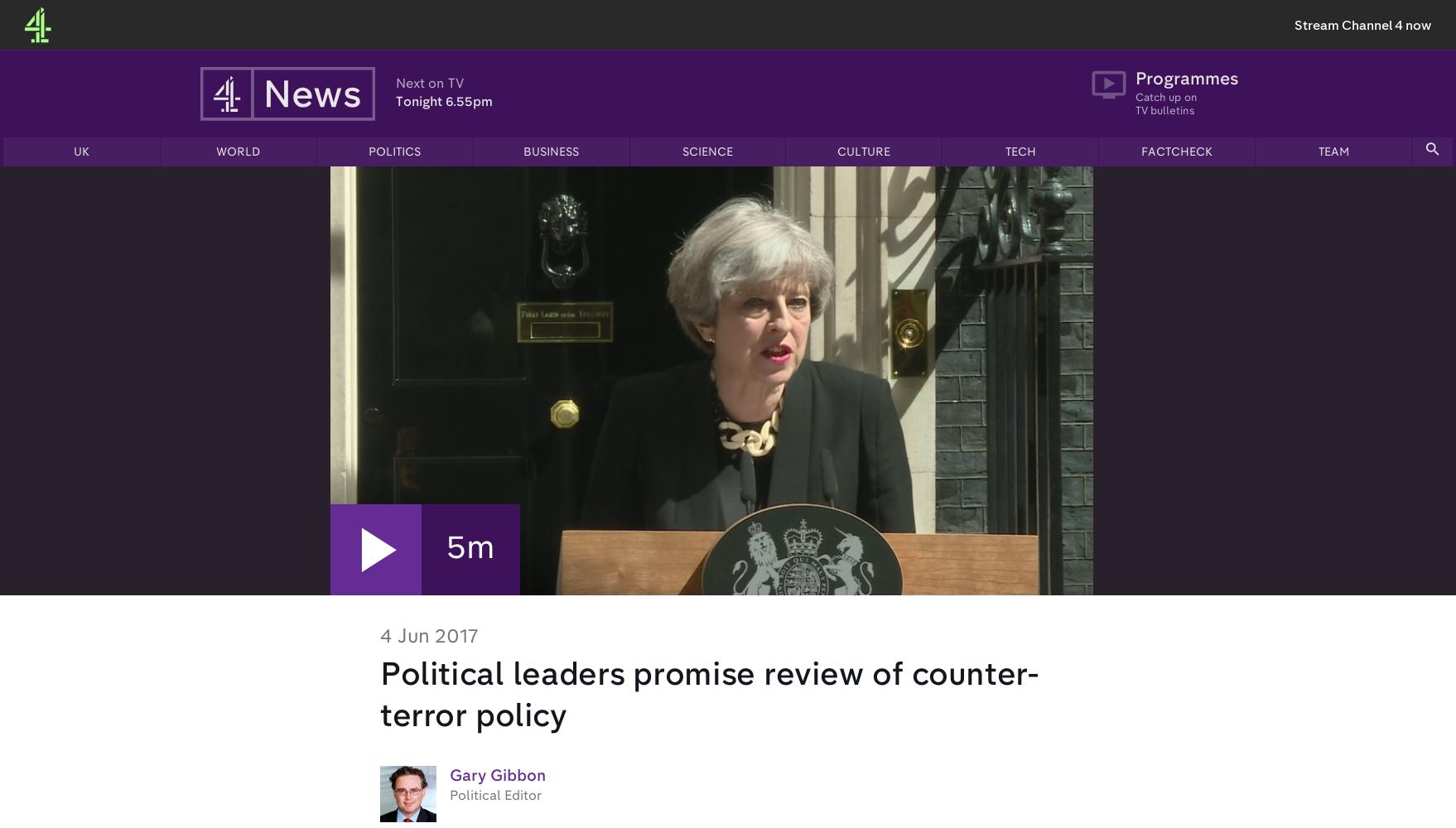  Describe the element at coordinates (495, 796) in the screenshot. I see `'Political Editor'` at that location.